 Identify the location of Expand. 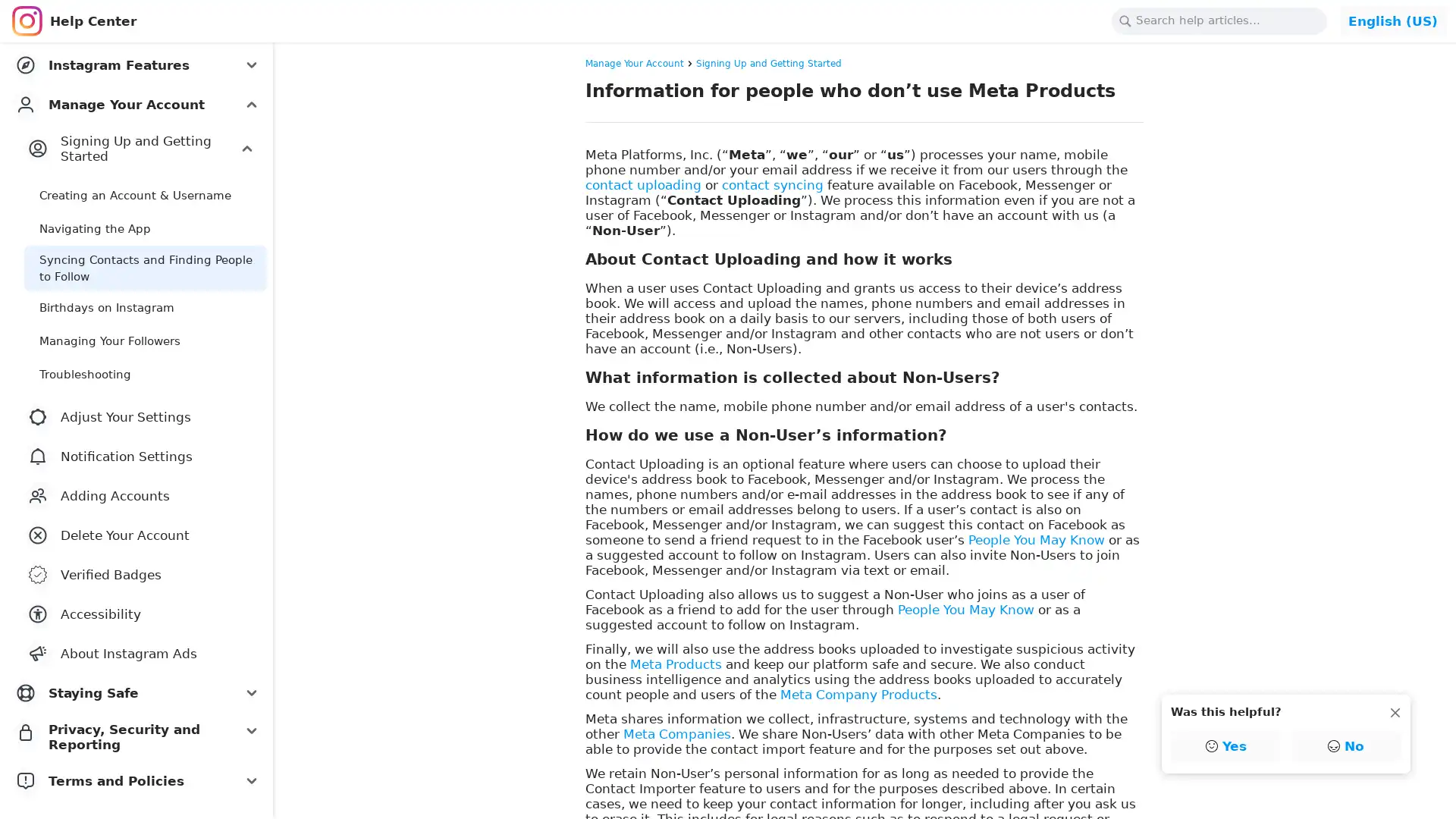
(247, 149).